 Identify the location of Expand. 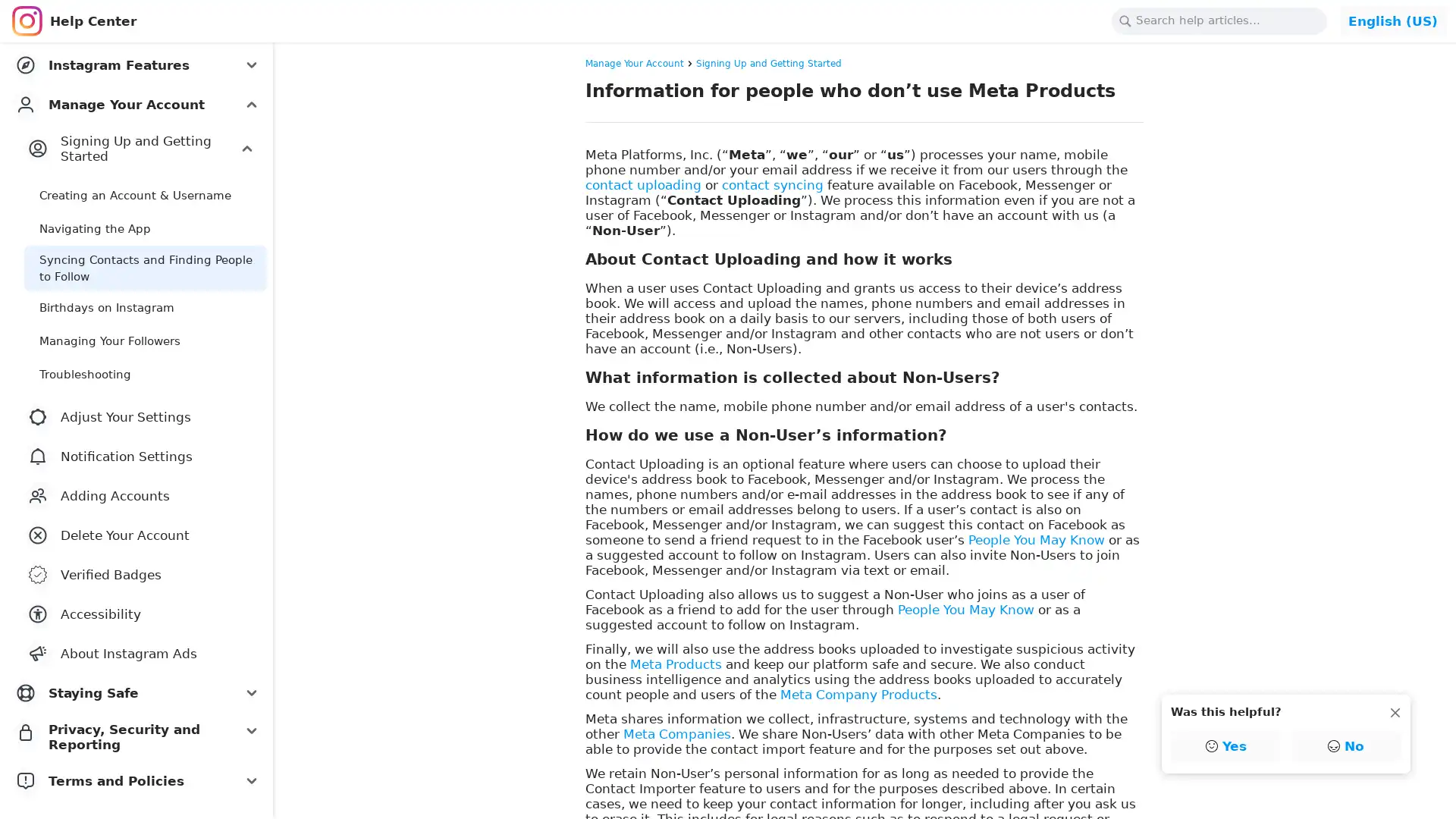
(247, 149).